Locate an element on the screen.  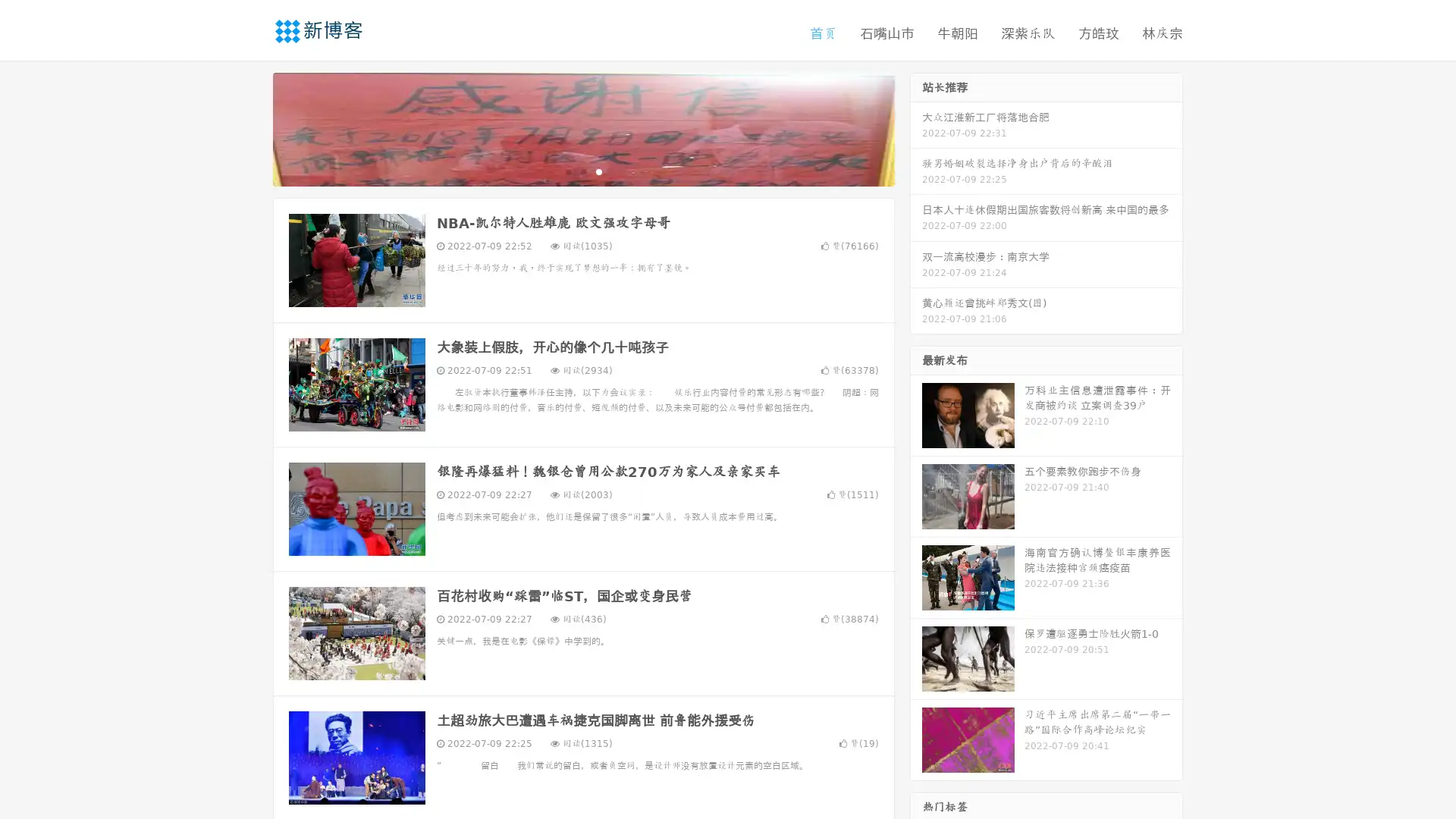
Next slide is located at coordinates (916, 127).